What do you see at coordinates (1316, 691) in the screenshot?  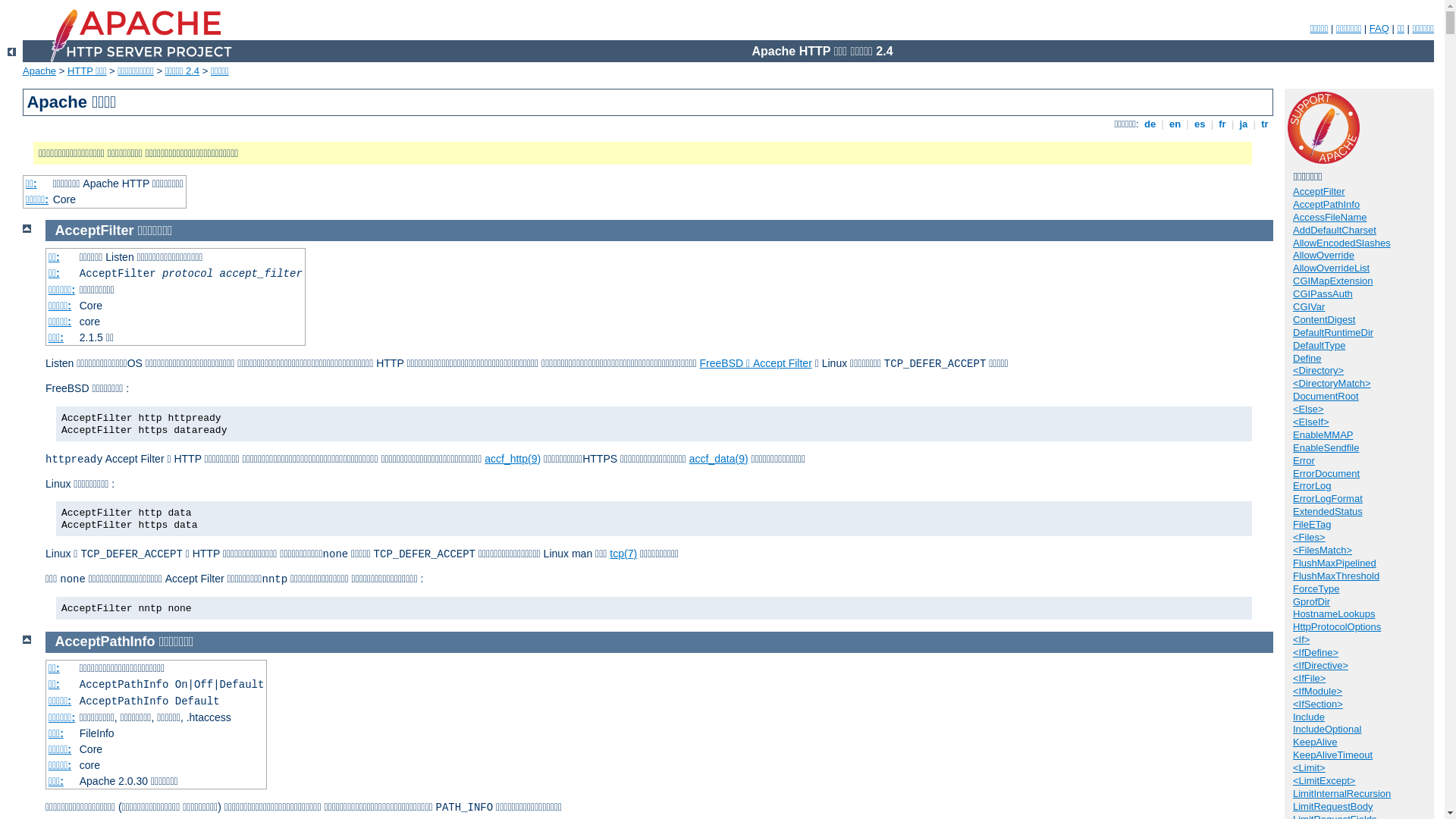 I see `'<IfModule>'` at bounding box center [1316, 691].